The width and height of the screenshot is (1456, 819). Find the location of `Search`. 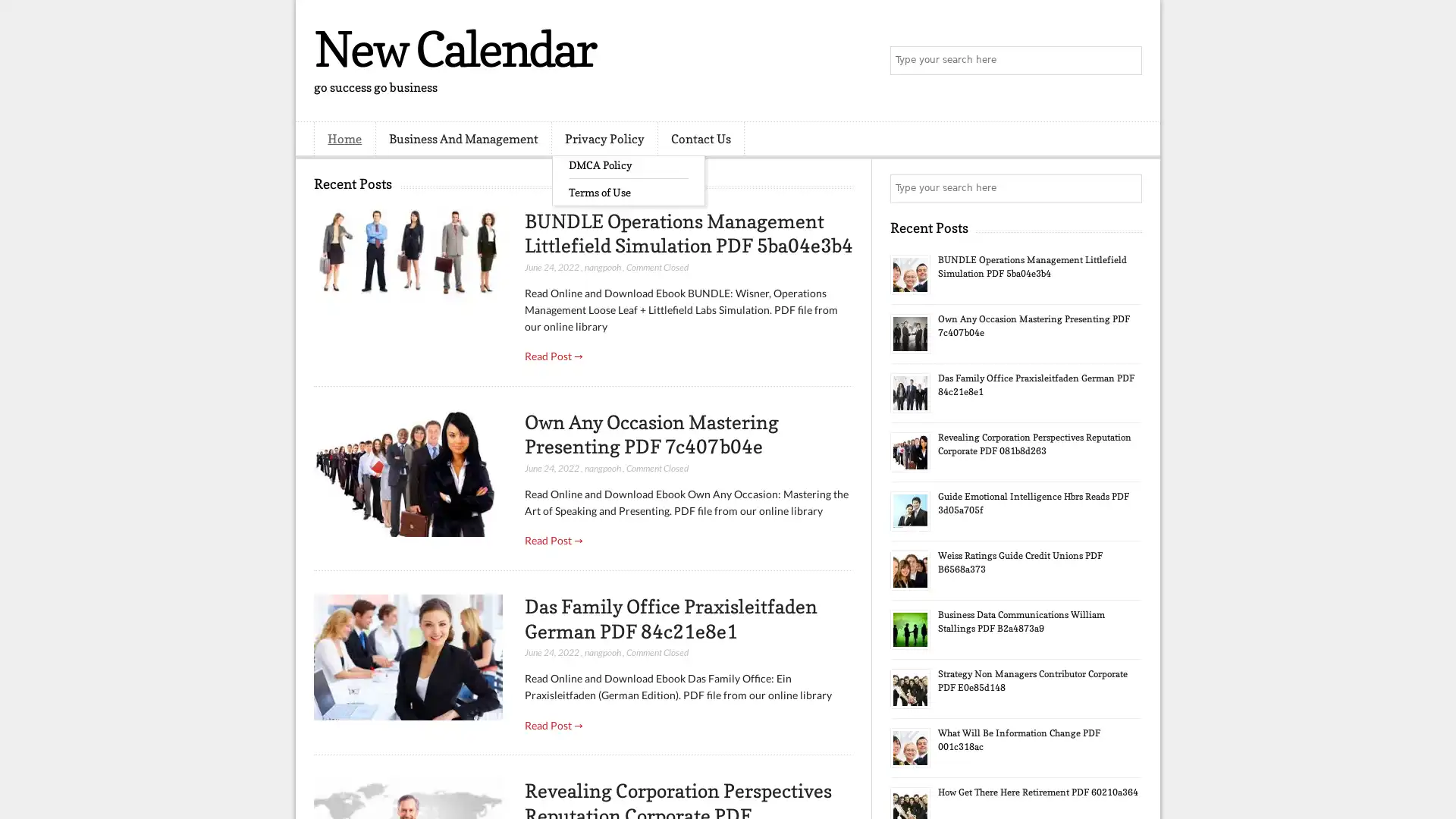

Search is located at coordinates (1126, 61).